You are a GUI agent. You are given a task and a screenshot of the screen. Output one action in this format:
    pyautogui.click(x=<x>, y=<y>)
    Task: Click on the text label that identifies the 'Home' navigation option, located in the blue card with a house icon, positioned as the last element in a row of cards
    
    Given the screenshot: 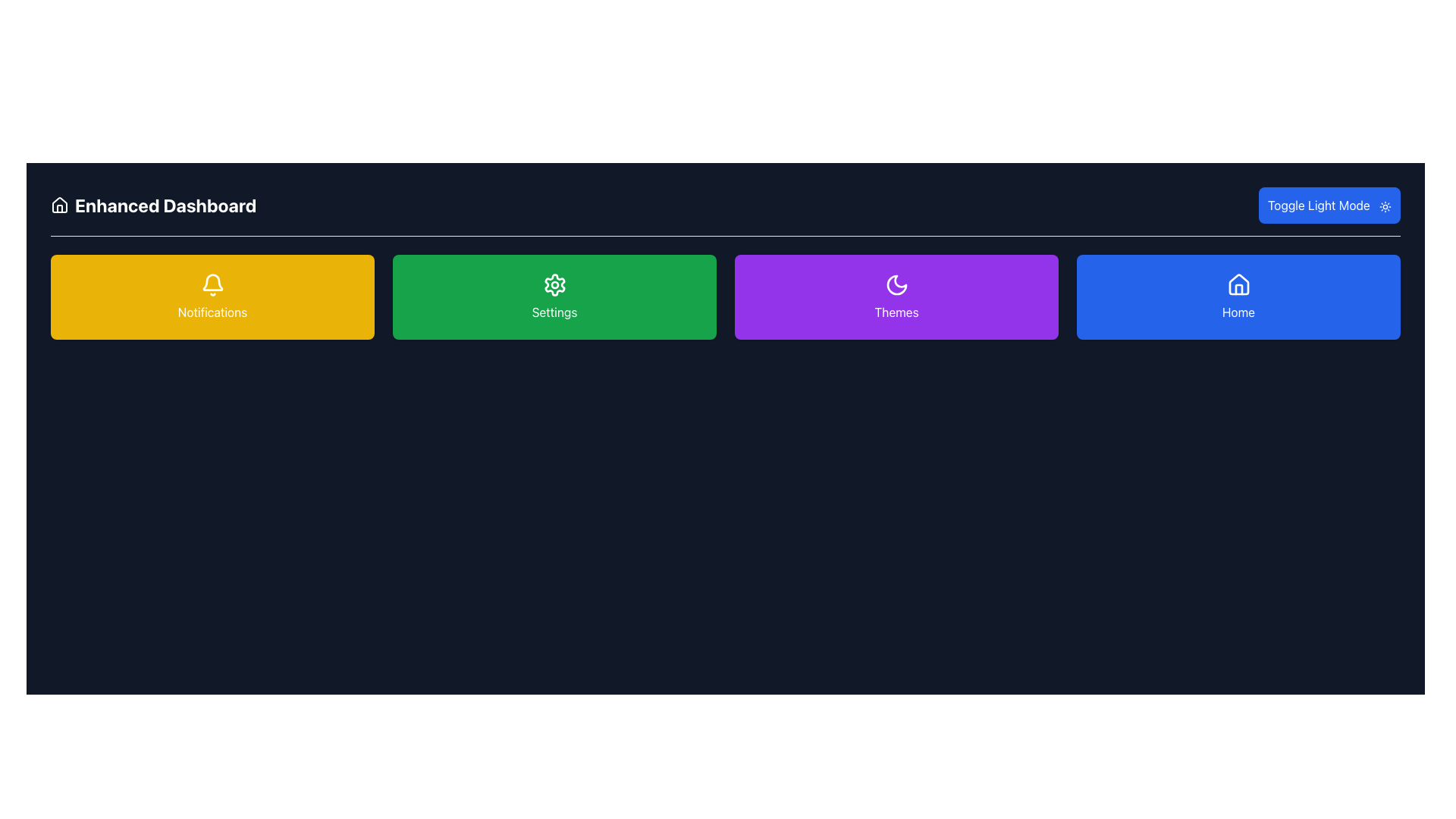 What is the action you would take?
    pyautogui.click(x=1238, y=312)
    